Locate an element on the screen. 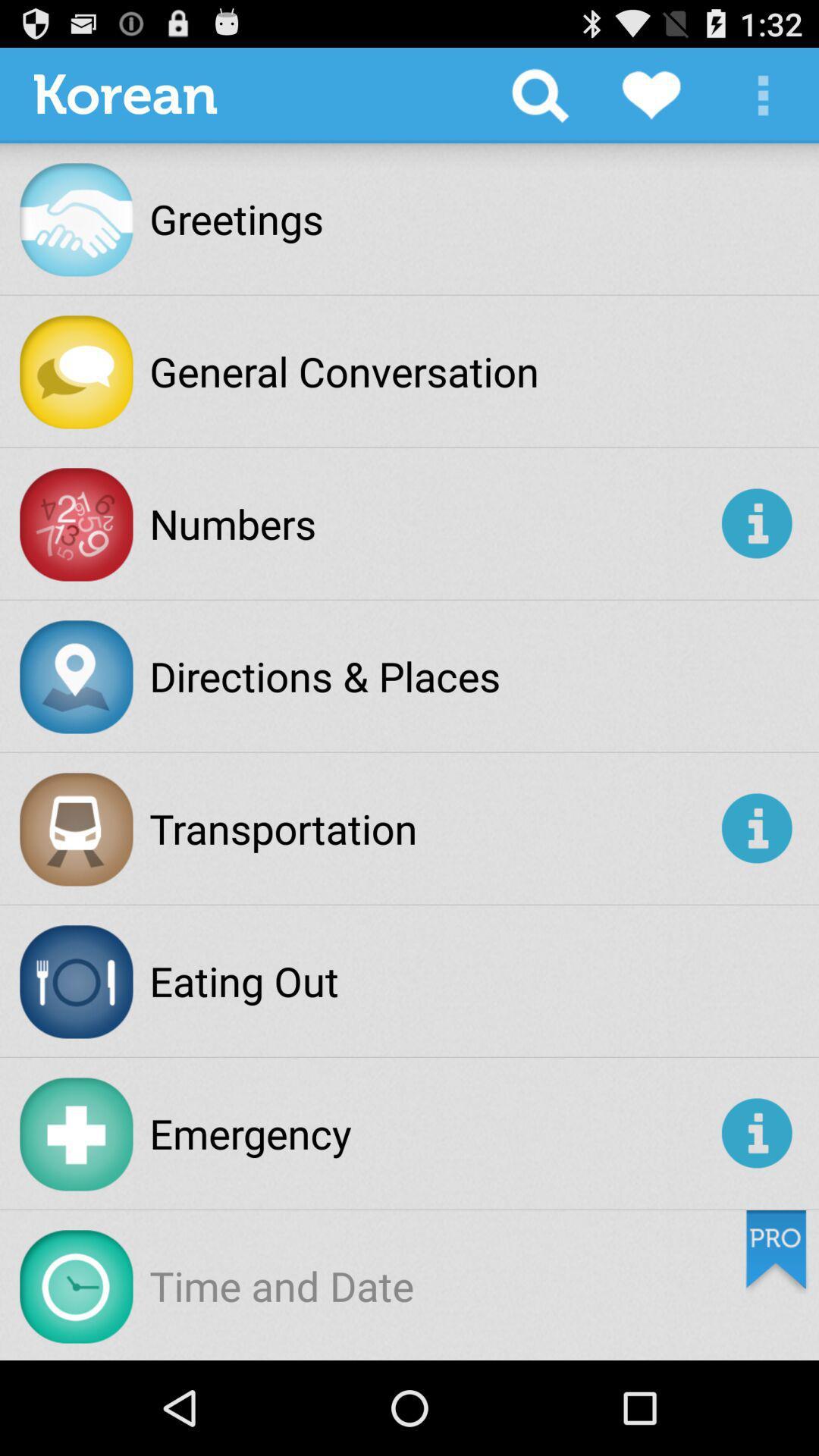  the eating out icon is located at coordinates (243, 981).